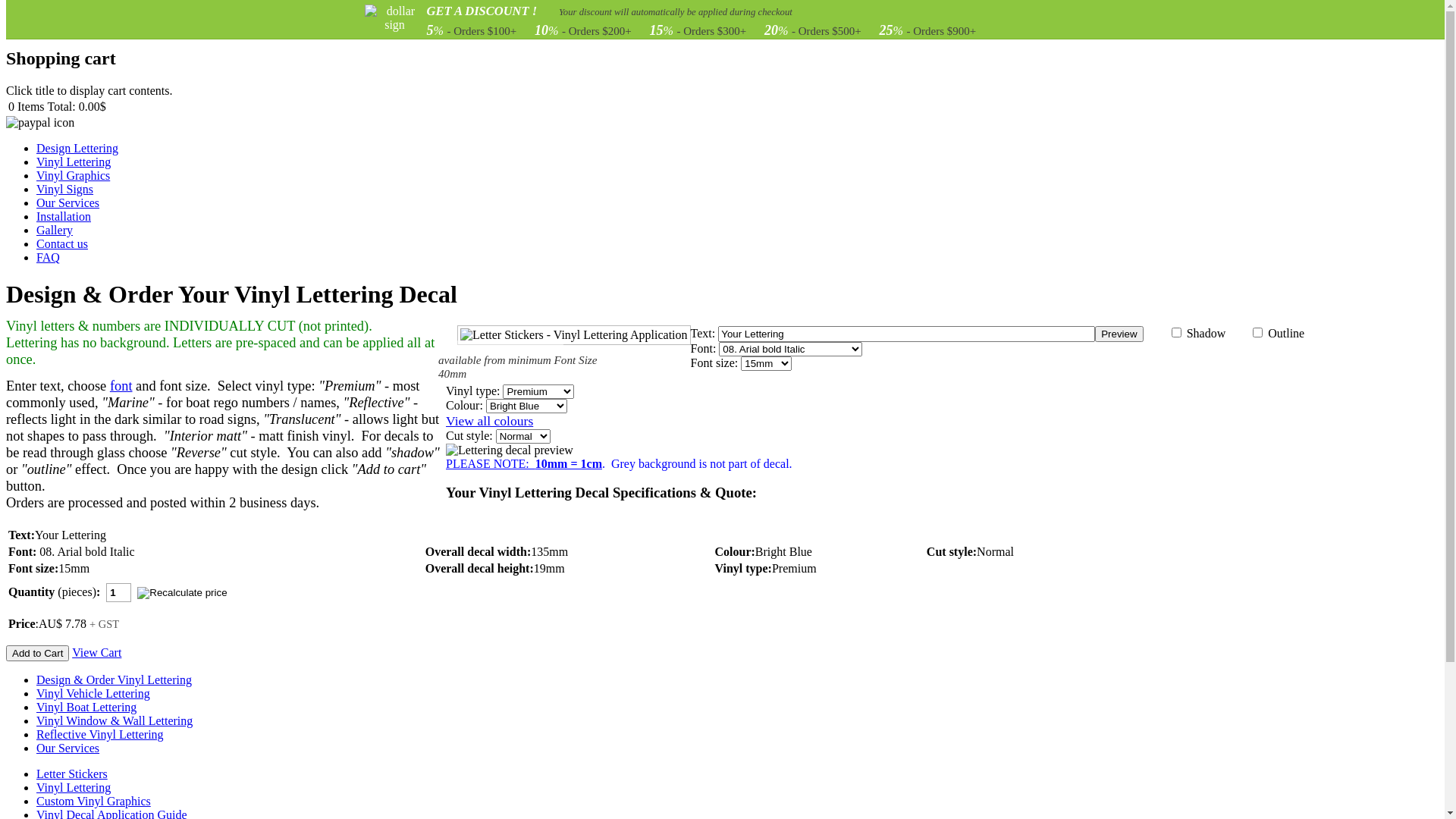  I want to click on 'Reflective Vinyl Lettering', so click(36, 733).